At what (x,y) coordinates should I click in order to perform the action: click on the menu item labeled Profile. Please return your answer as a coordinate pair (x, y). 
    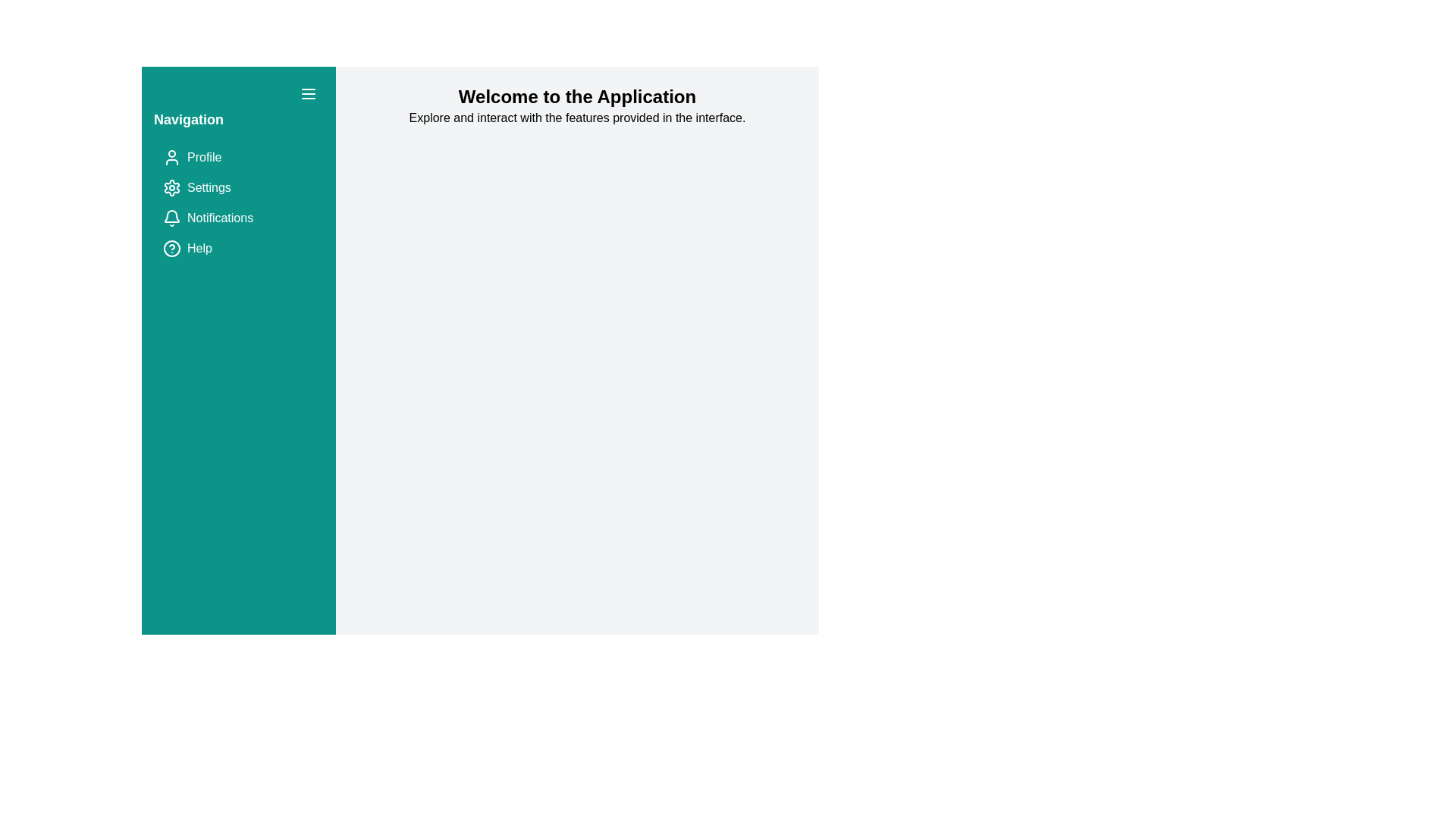
    Looking at the image, I should click on (238, 158).